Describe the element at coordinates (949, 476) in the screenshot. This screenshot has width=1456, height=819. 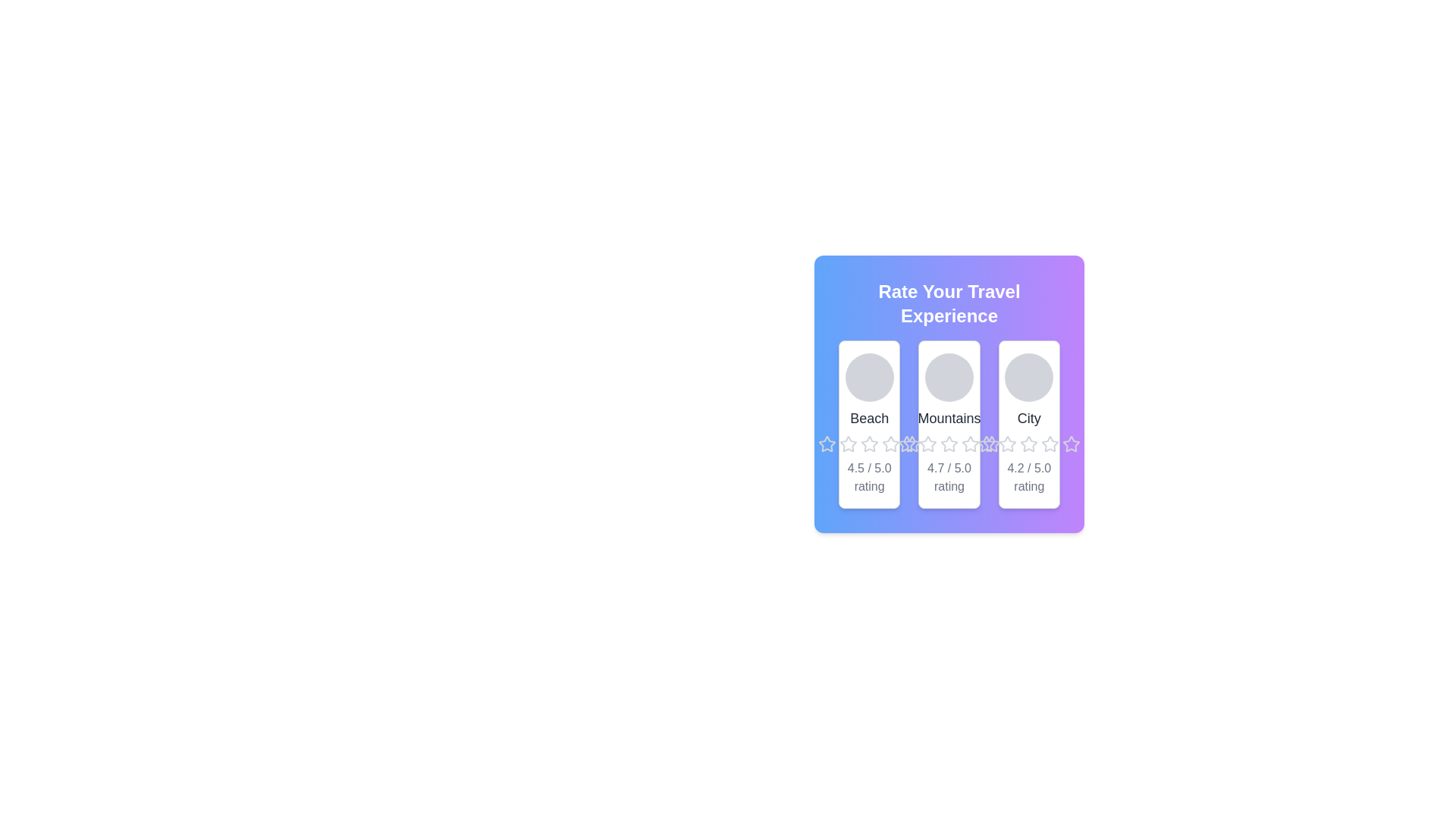
I see `the text label displaying '4.7 / 5.0 rating' in light gray font, located beneath the 'Mountains' title in the middle card of the layout` at that location.